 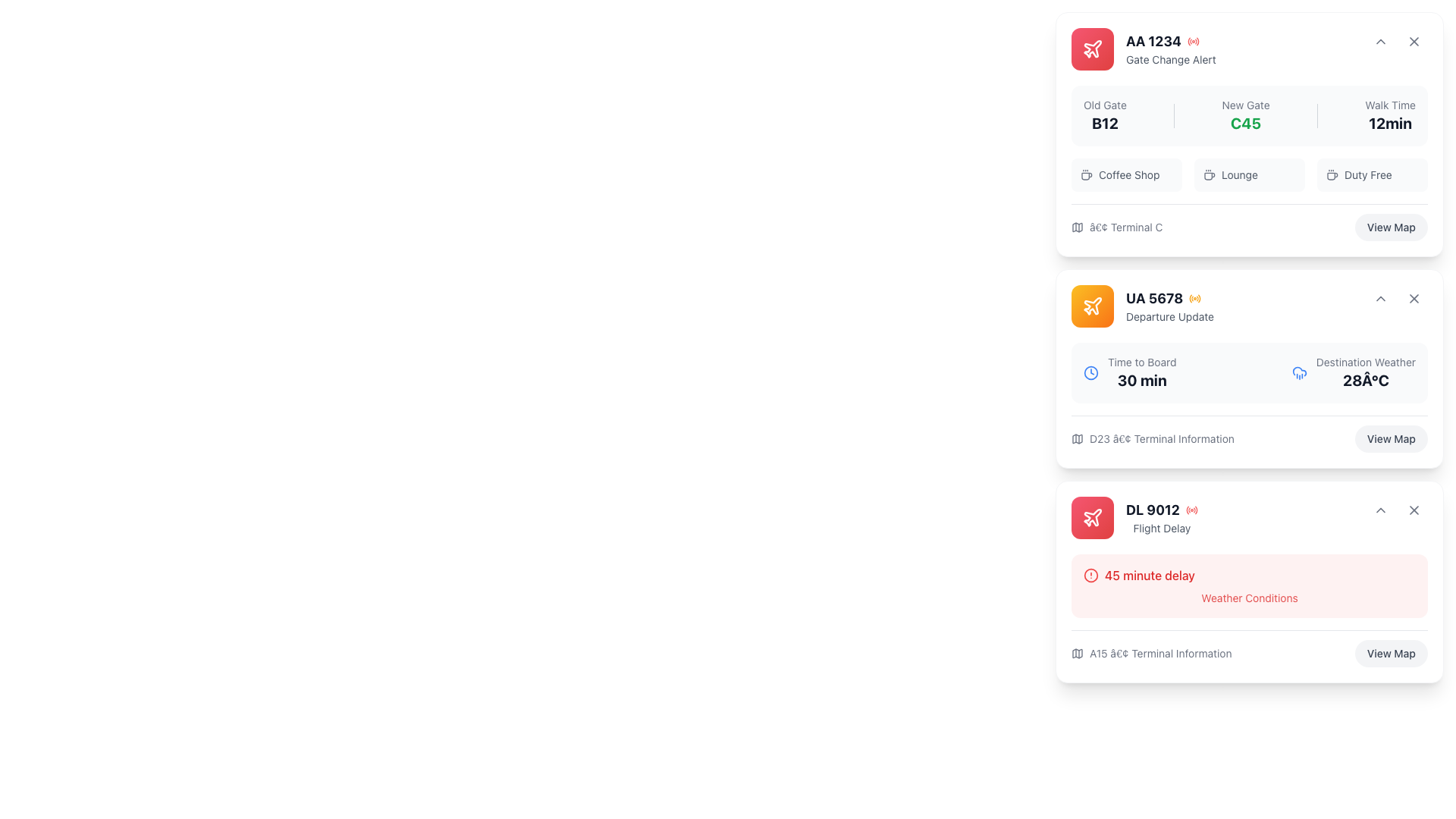 I want to click on the flight identifier element displaying 'AA 1234' with the red signal icon, located at the top left of the 'Gate Change Alert' notification card, so click(x=1170, y=40).